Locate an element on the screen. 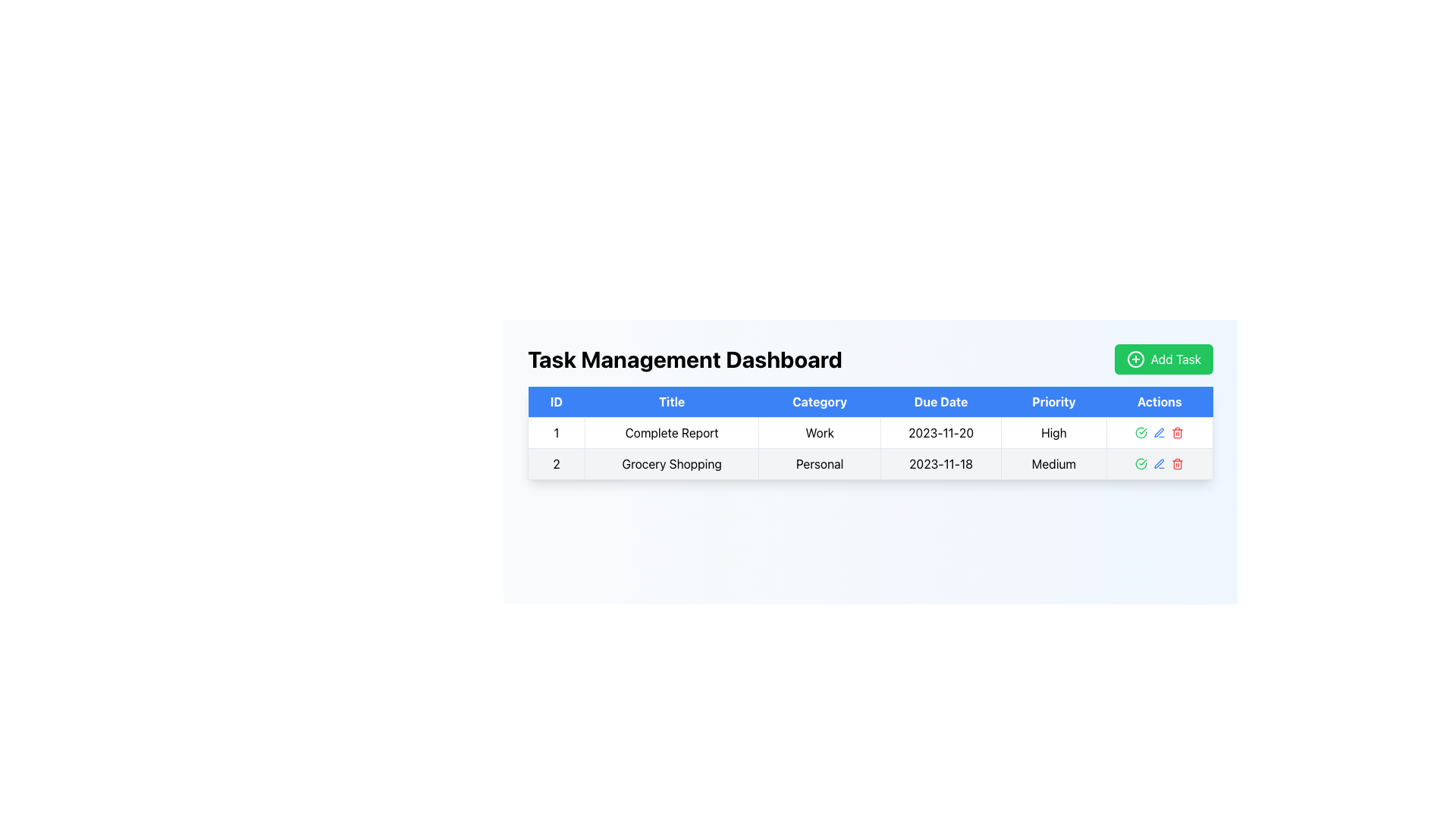 This screenshot has height=819, width=1456. the arc marking the upper curved portion of the circular checkmark icon located in the 'Actions' column of the second row in the table is located at coordinates (1141, 432).